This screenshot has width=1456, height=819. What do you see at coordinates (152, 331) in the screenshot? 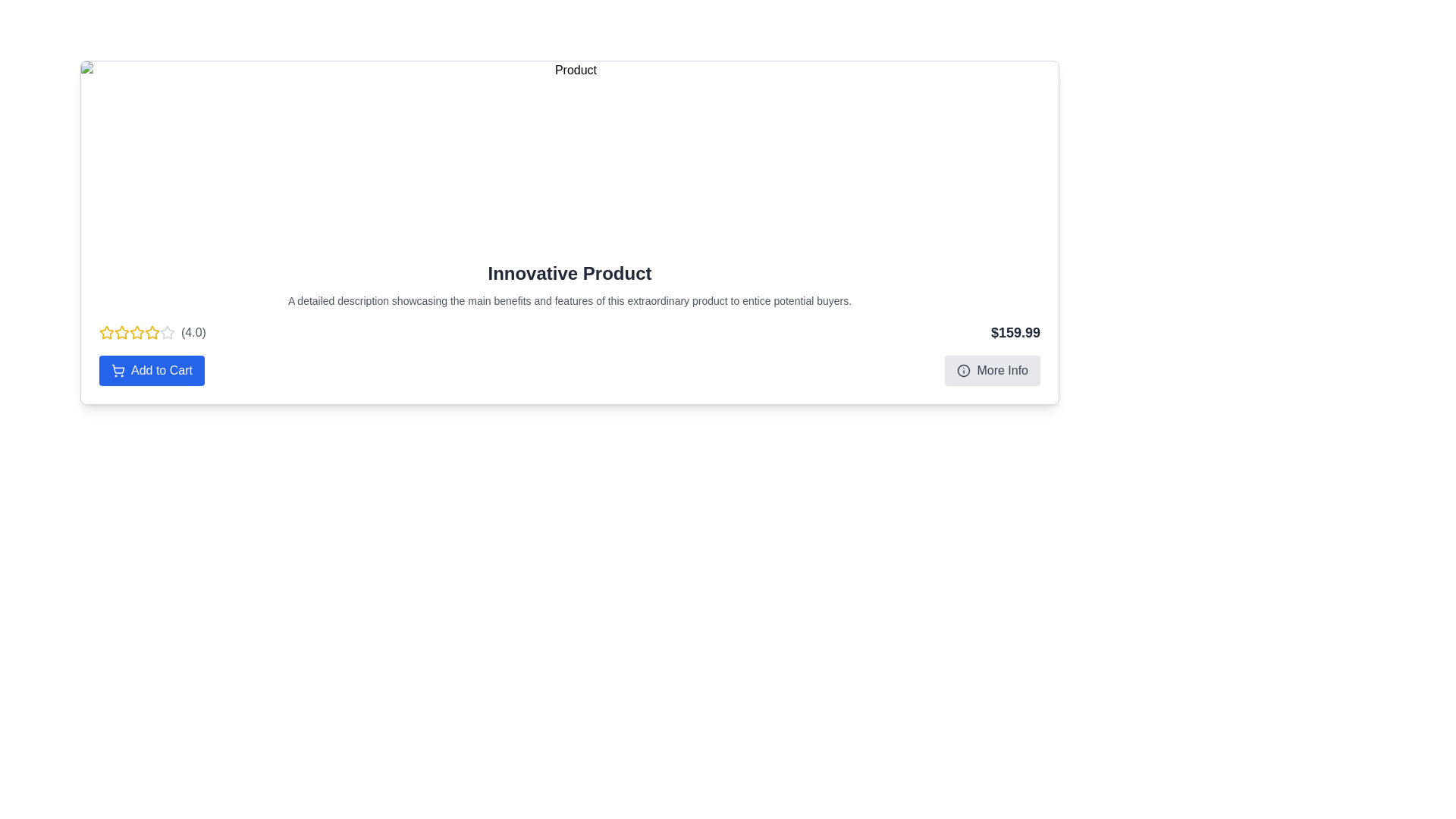
I see `the third yellow star icon` at bounding box center [152, 331].